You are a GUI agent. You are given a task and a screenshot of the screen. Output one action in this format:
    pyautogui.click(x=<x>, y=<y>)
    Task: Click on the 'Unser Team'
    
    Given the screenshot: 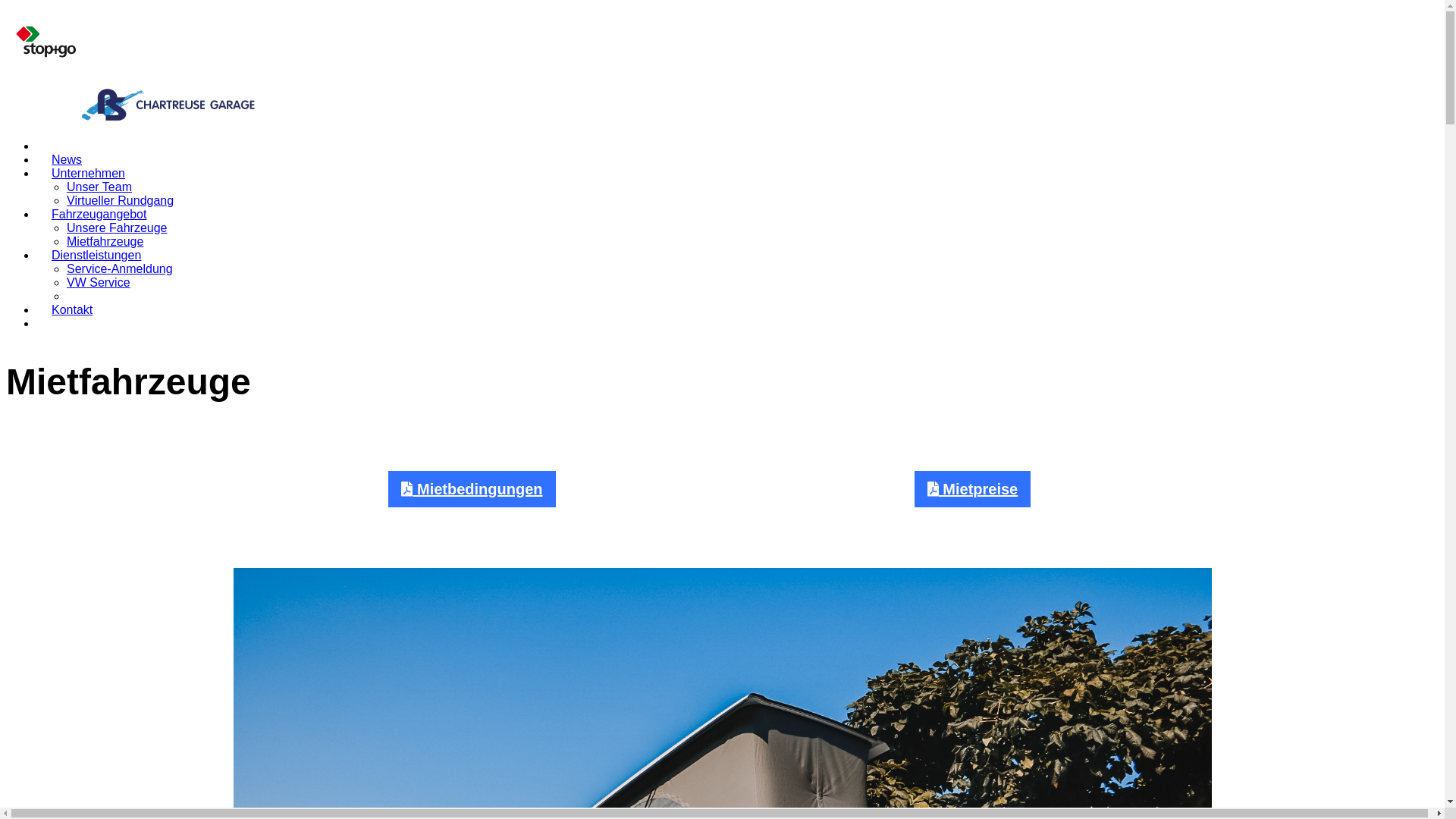 What is the action you would take?
    pyautogui.click(x=65, y=186)
    